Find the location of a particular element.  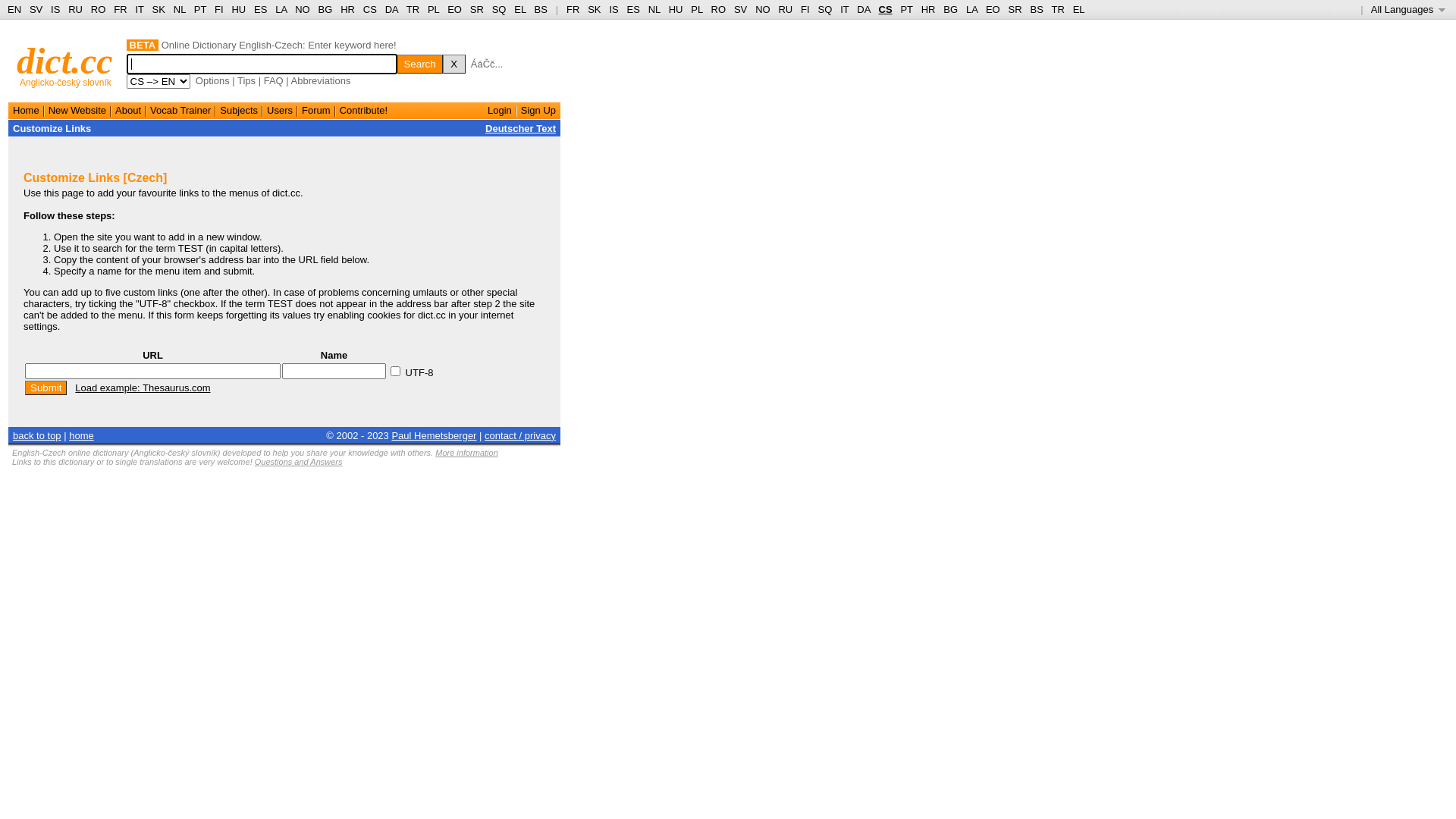

'Abbreviations' is located at coordinates (320, 80).